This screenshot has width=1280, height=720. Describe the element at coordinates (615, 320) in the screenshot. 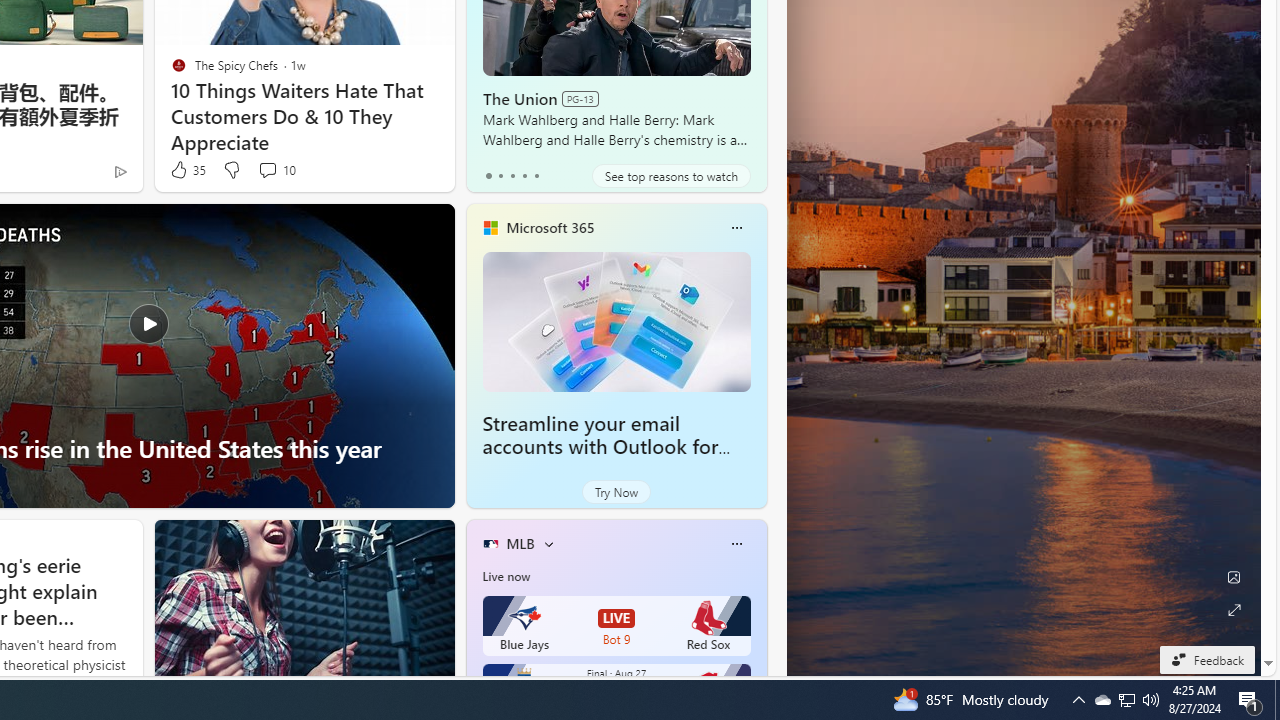

I see `'Streamline your email accounts with Outlook for Windows'` at that location.